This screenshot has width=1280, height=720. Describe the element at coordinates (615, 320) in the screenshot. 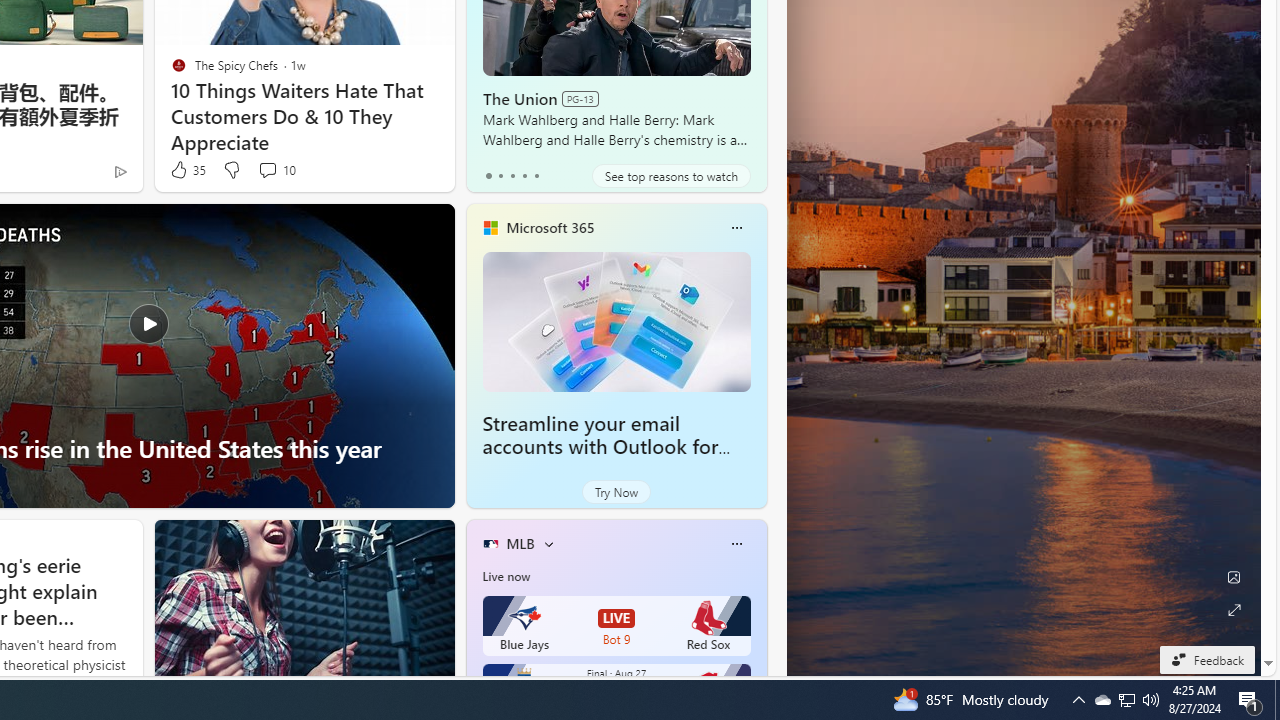

I see `'Streamline your email accounts with Outlook for Windows'` at that location.